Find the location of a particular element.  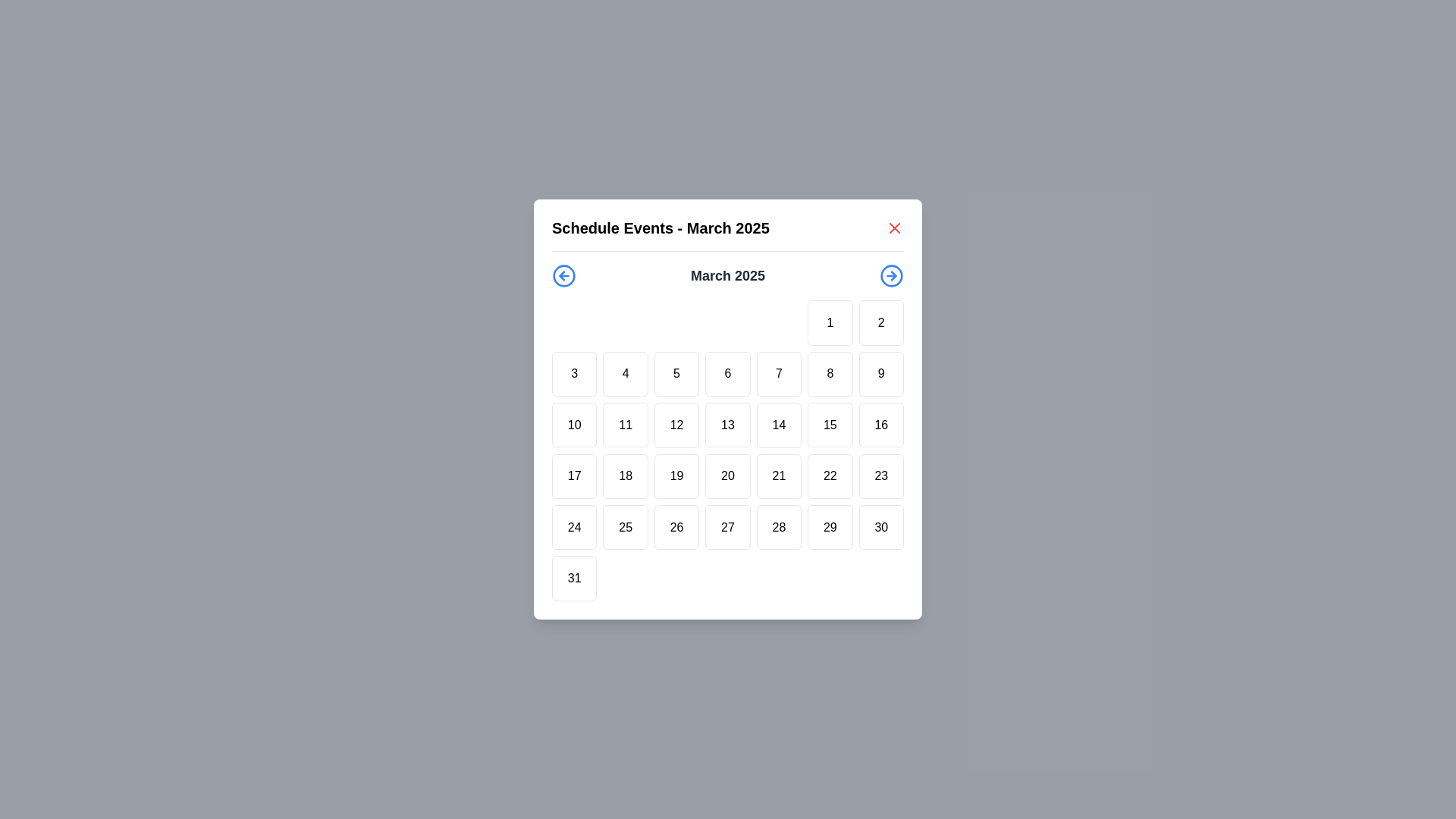

text label displaying 'March 2025' located in the header section of the calendar interface to understand the current month and year is located at coordinates (728, 275).